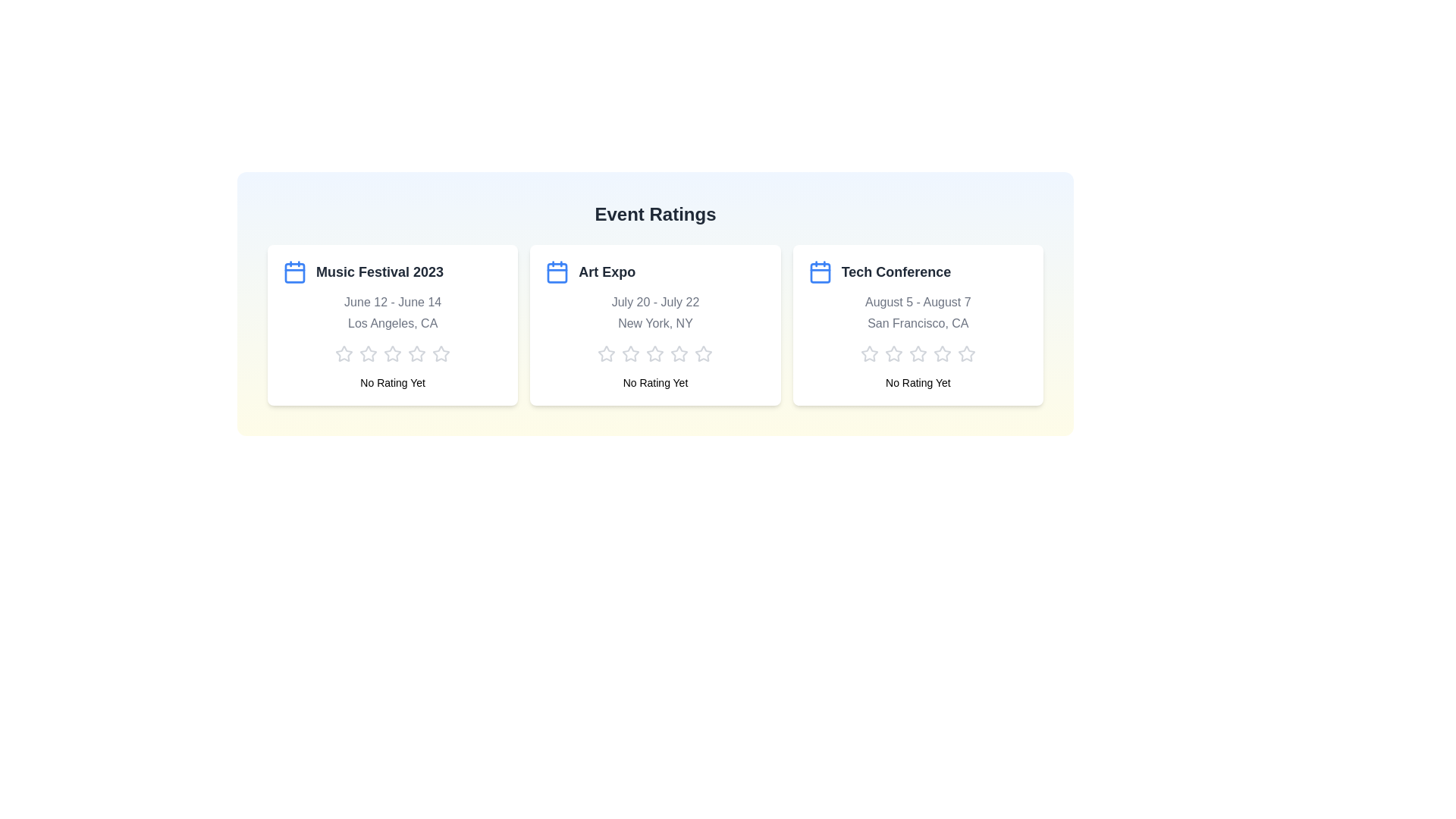 The width and height of the screenshot is (1456, 819). I want to click on the container element corresponding to Art Expo, so click(655, 324).